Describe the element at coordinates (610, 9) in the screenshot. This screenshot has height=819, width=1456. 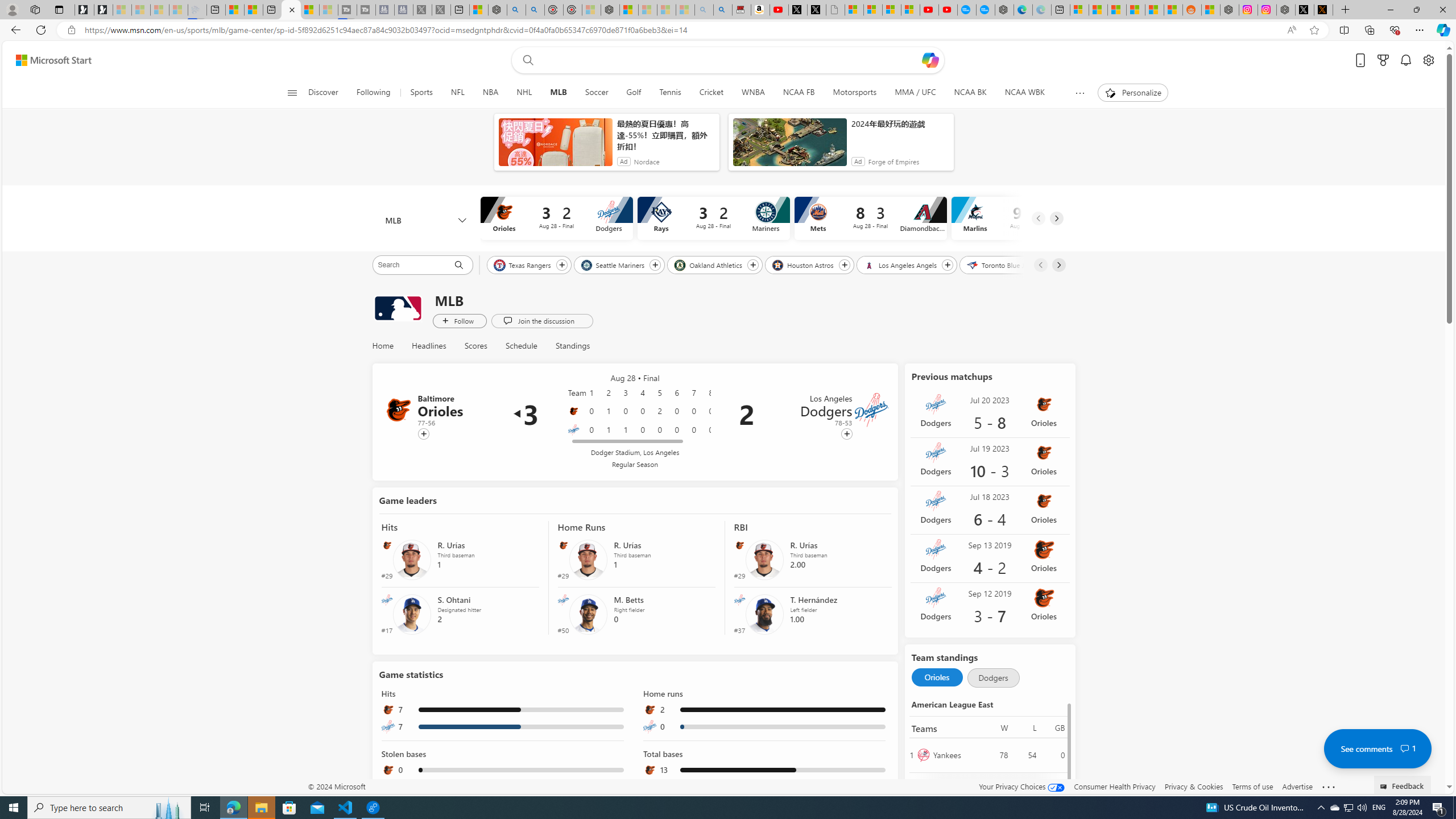
I see `'Nordace - Nordace Siena Is Not An Ordinary Backpack'` at that location.